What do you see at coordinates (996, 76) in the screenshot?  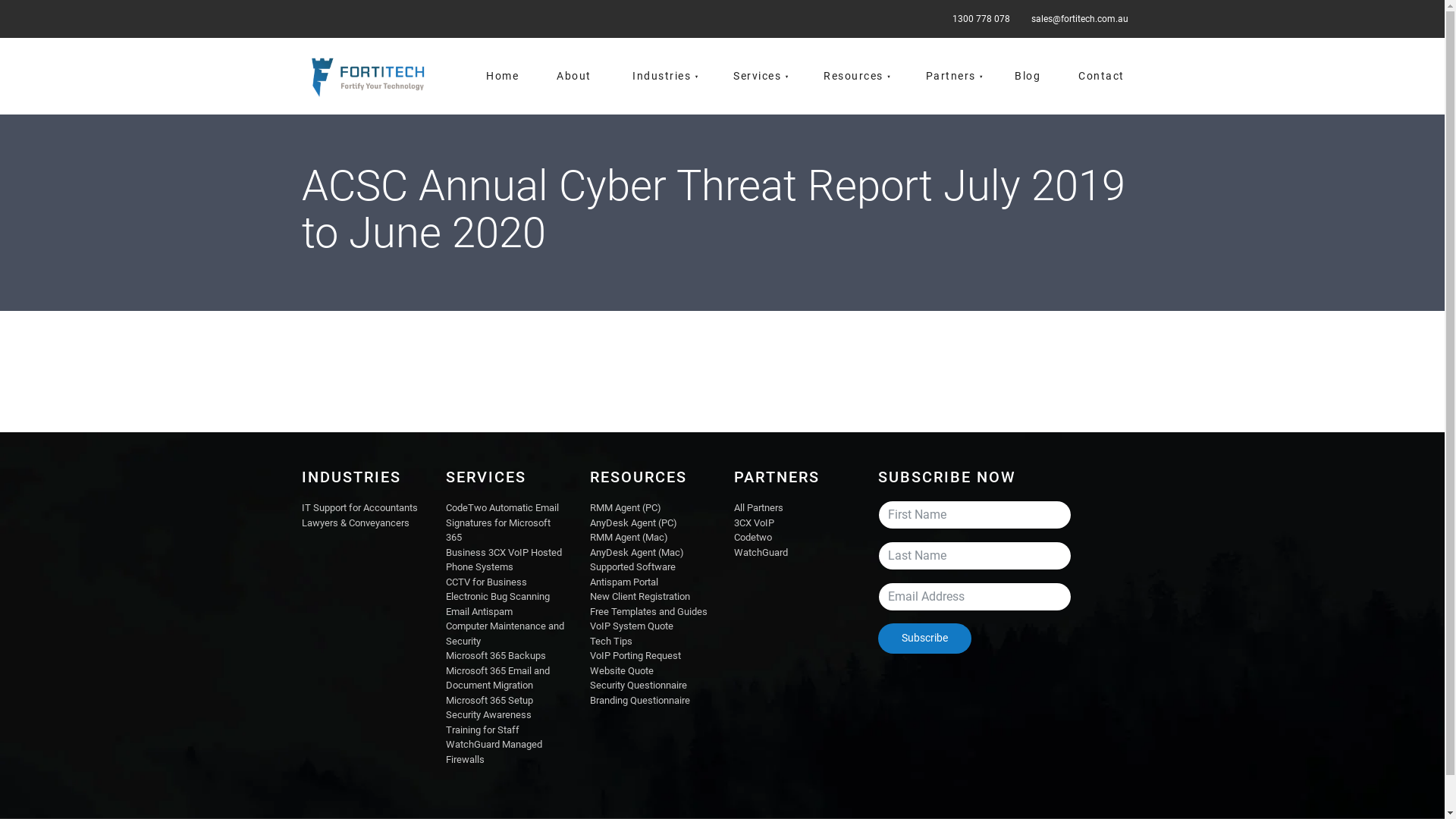 I see `'Blog'` at bounding box center [996, 76].